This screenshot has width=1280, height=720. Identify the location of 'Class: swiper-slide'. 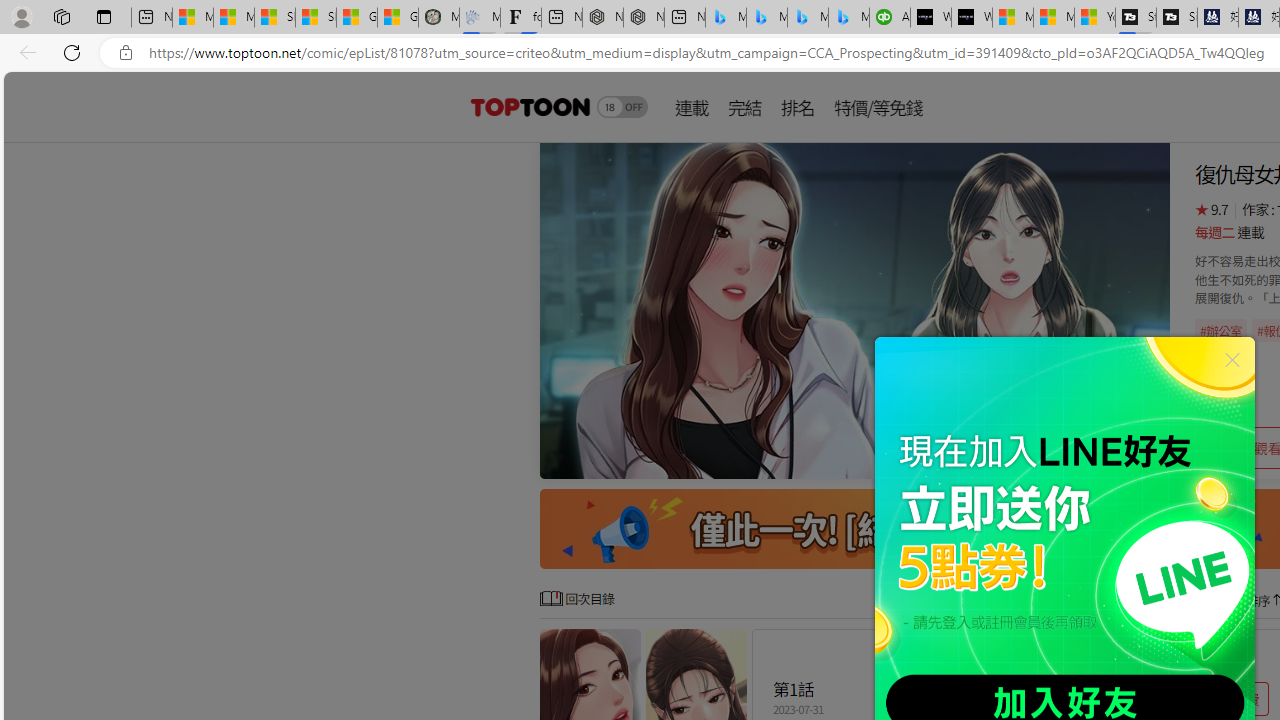
(855, 311).